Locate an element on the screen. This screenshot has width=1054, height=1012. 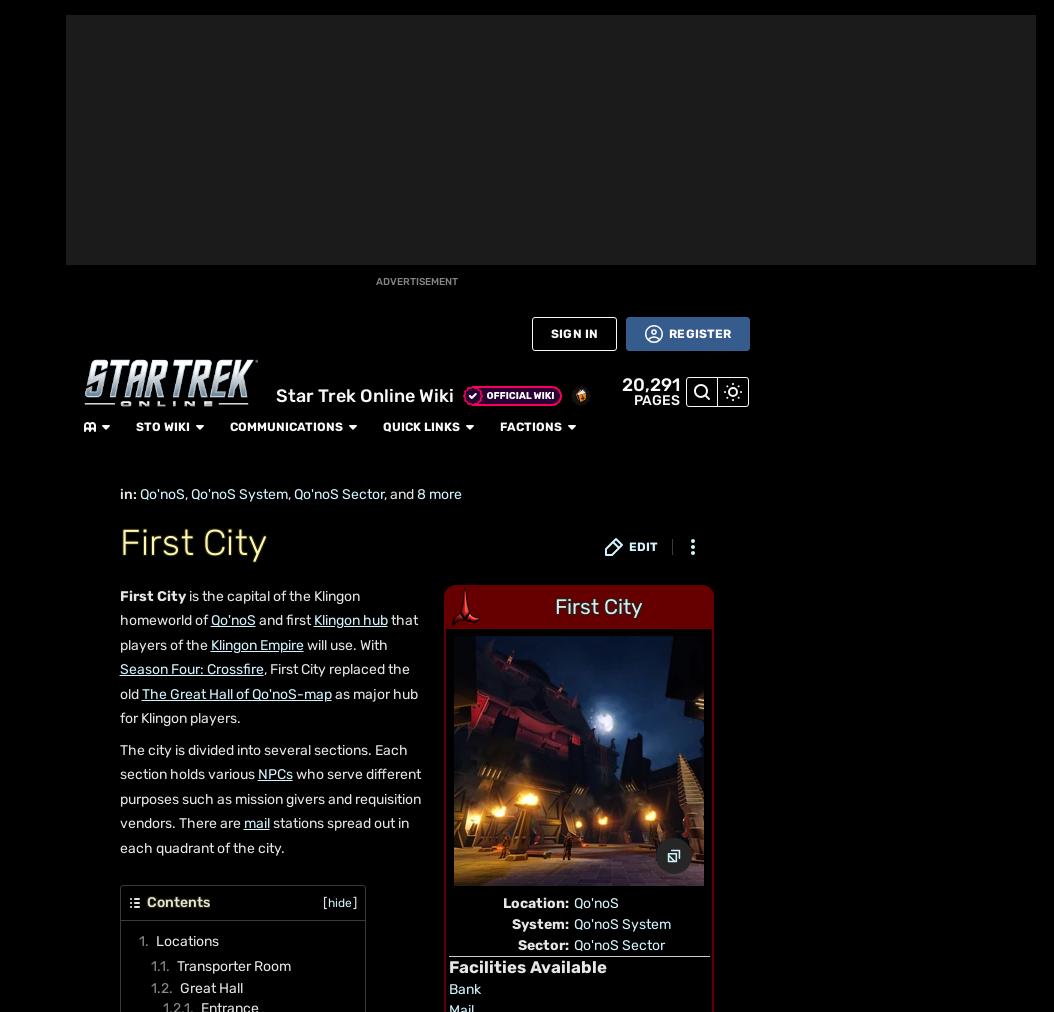
'The Targ Pits' is located at coordinates (338, 250).